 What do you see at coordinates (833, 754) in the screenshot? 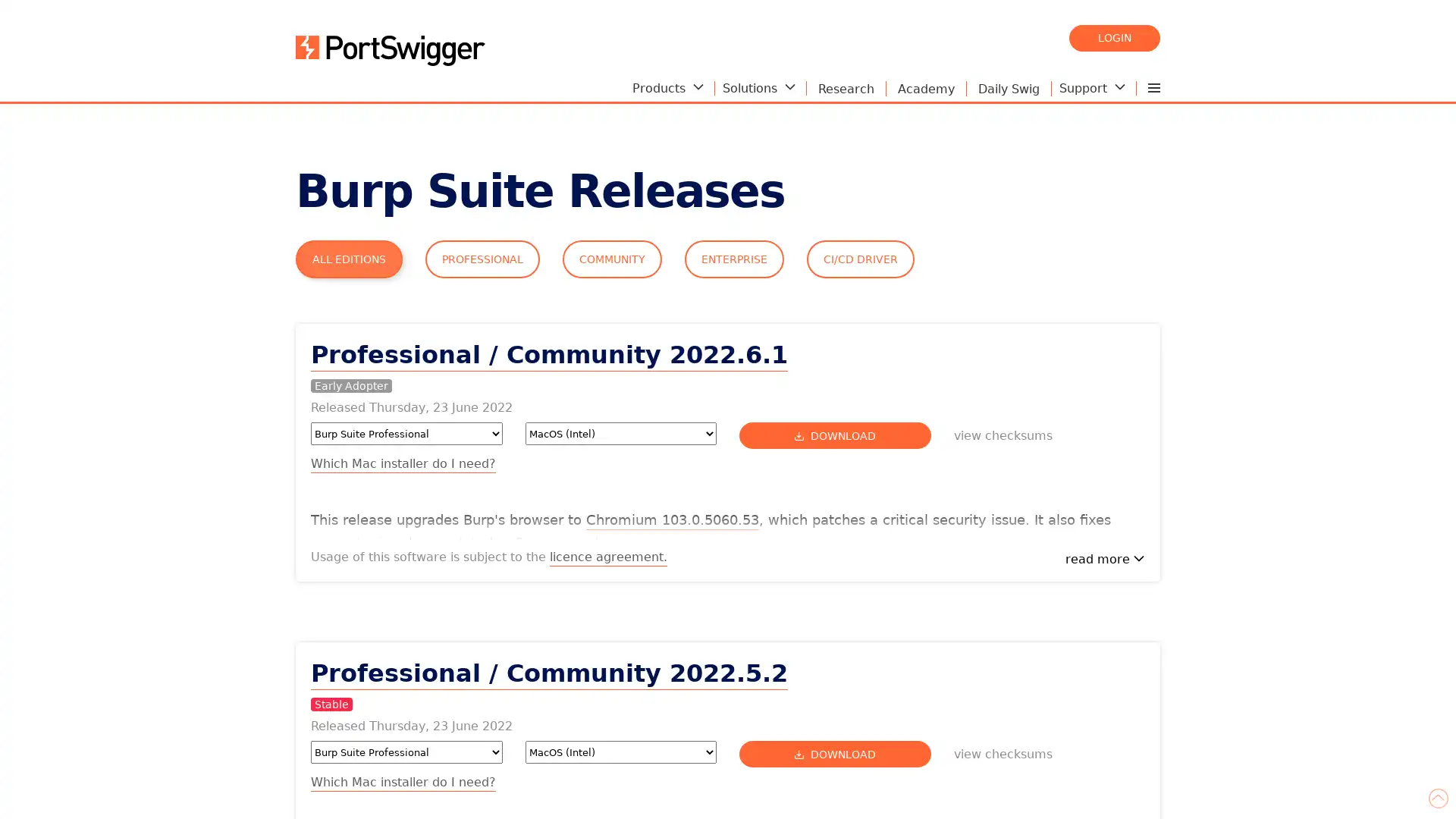
I see `DOWNLOAD` at bounding box center [833, 754].